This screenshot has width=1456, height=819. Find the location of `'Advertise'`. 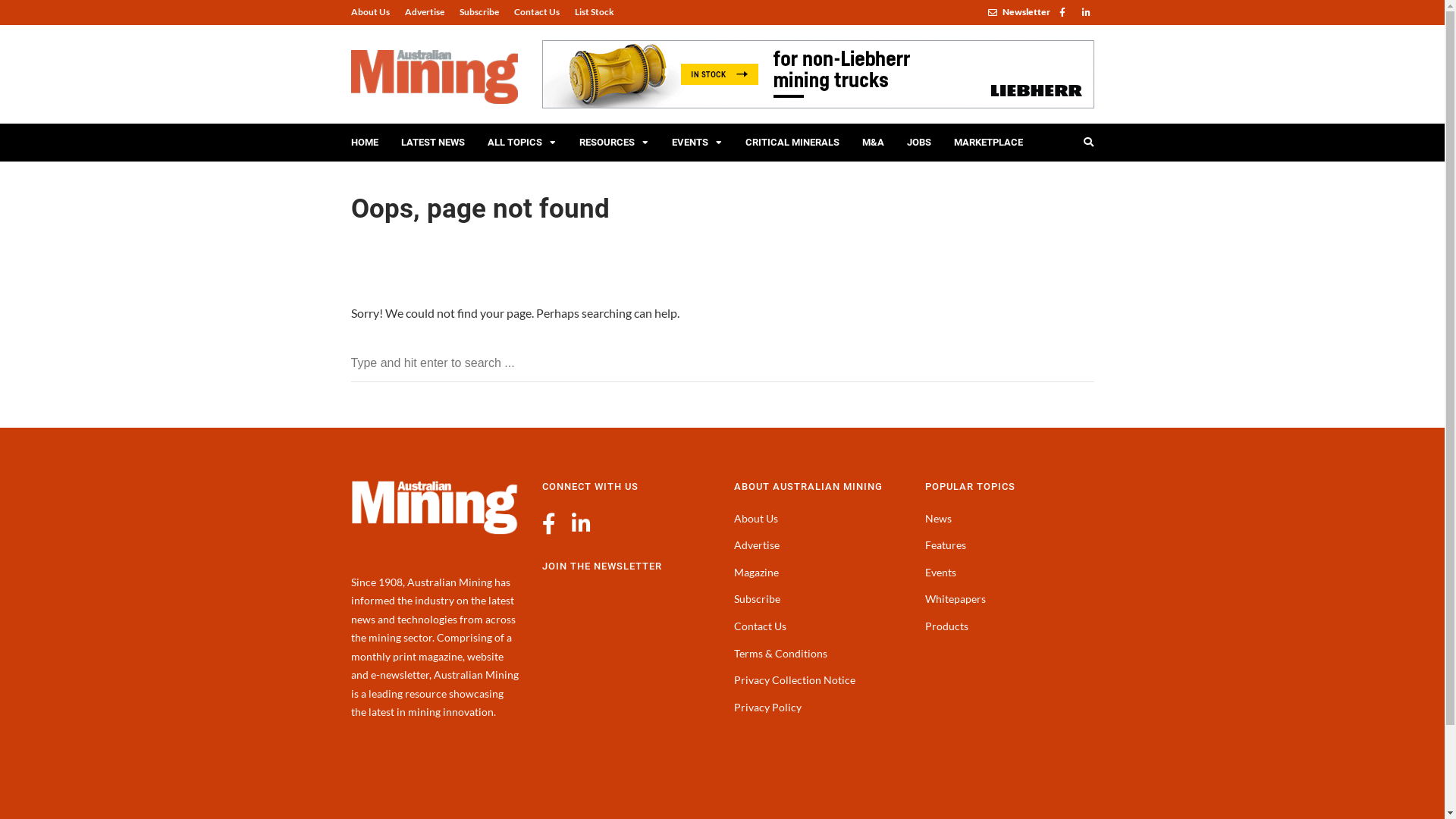

'Advertise' is located at coordinates (397, 11).